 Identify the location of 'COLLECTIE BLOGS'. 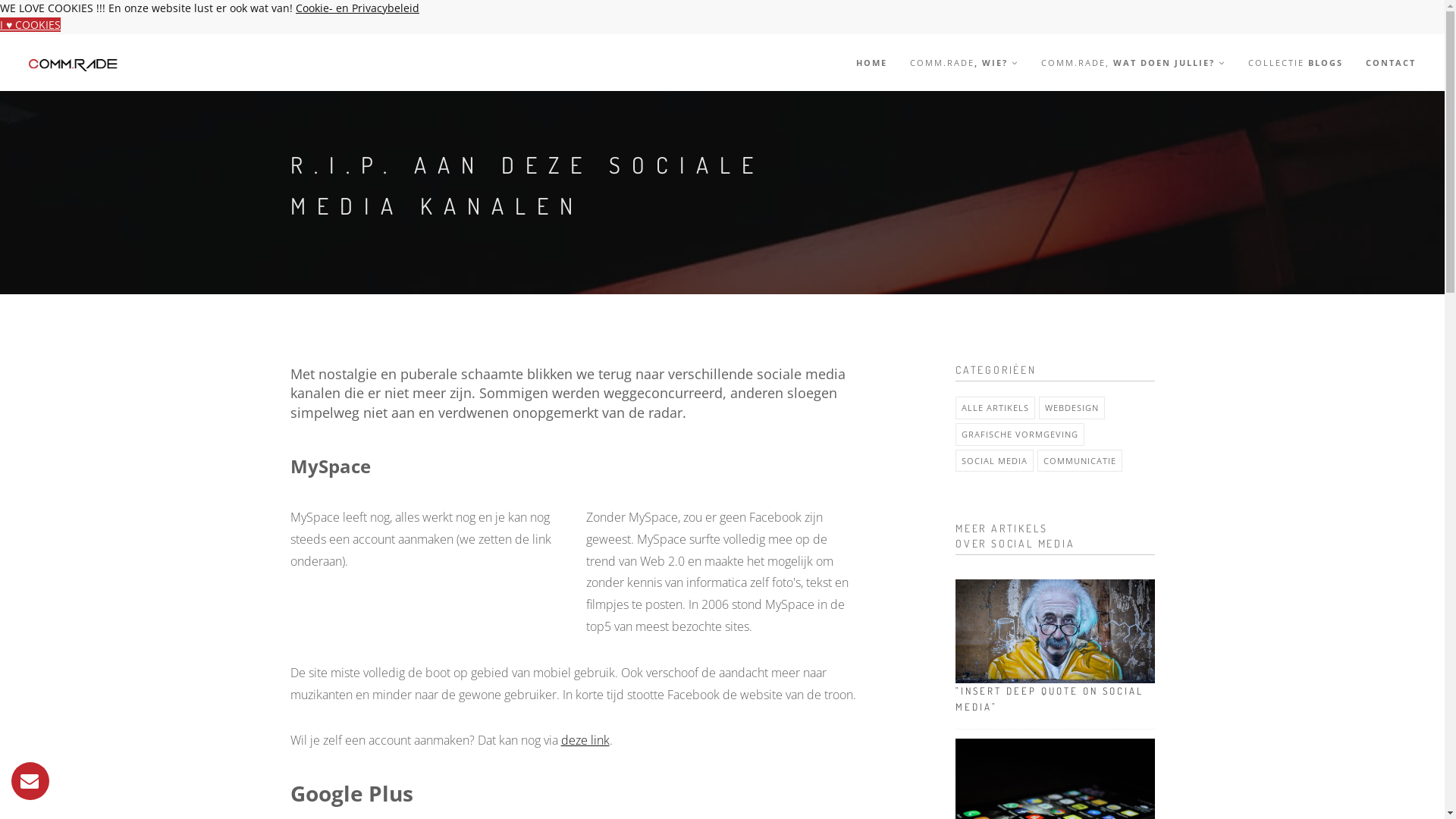
(1294, 61).